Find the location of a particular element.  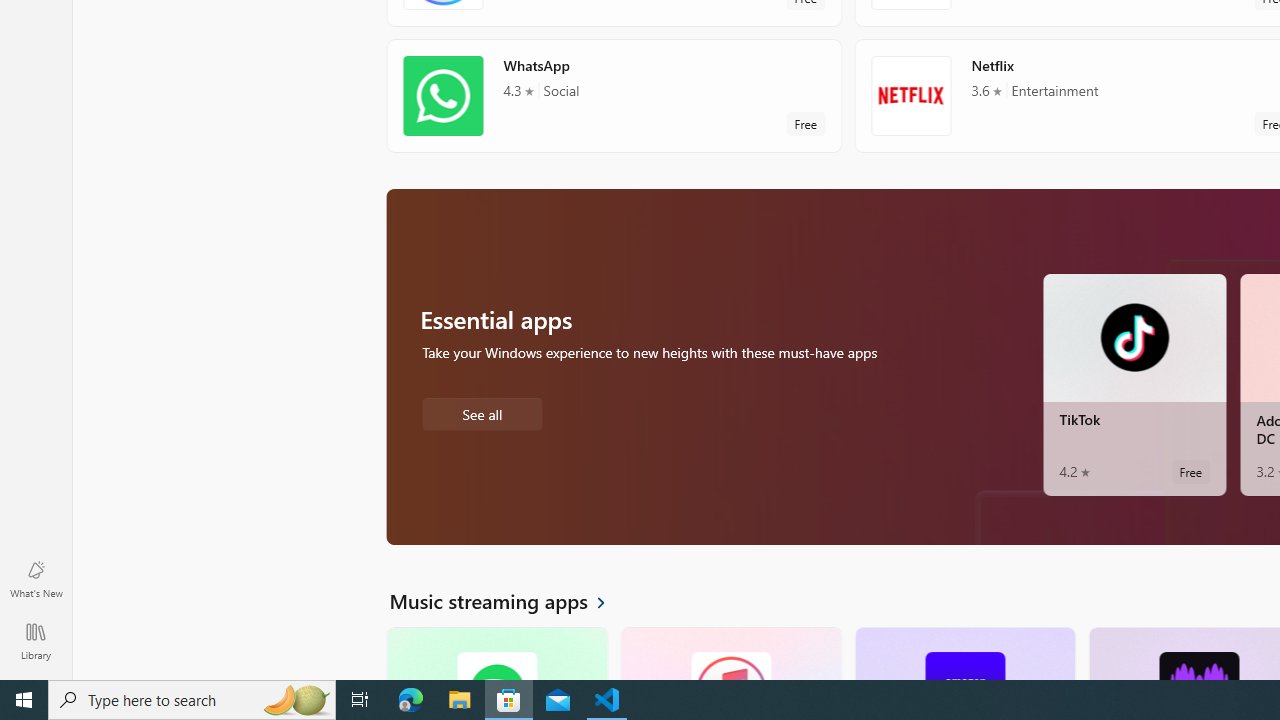

'See all  Music streaming apps' is located at coordinates (509, 599).